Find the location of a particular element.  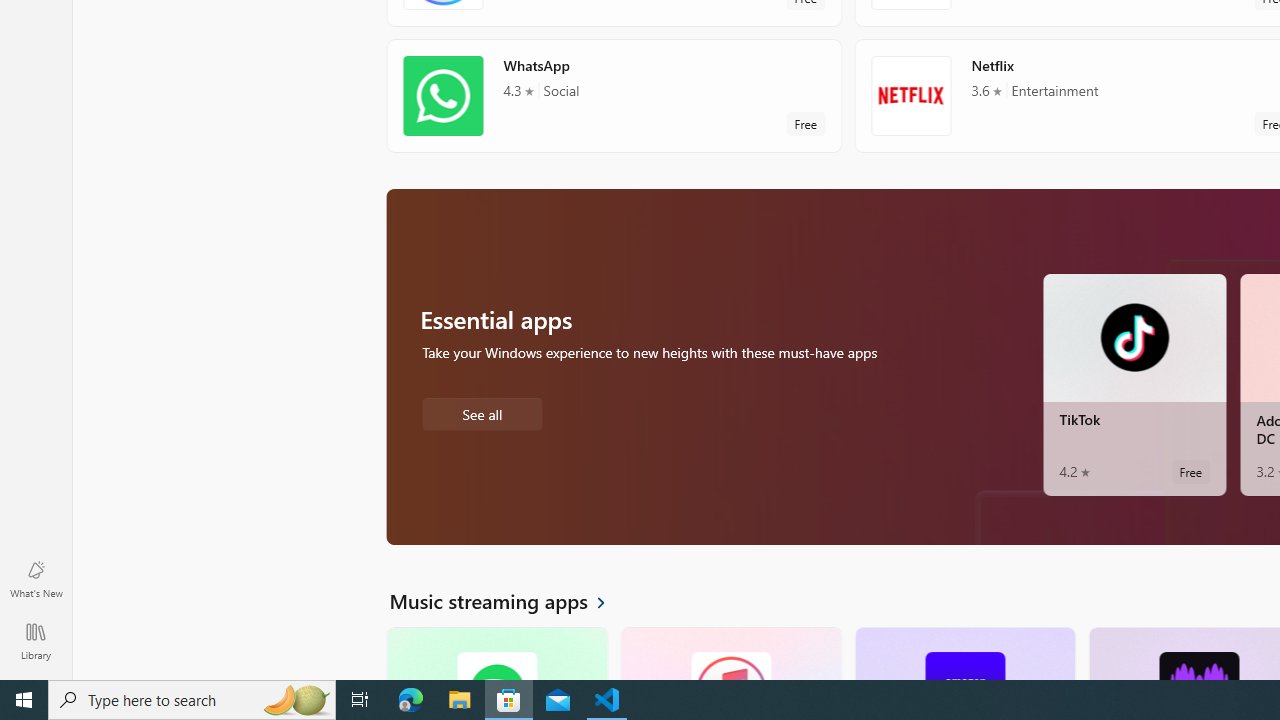

'See all  Music streaming apps' is located at coordinates (509, 599).